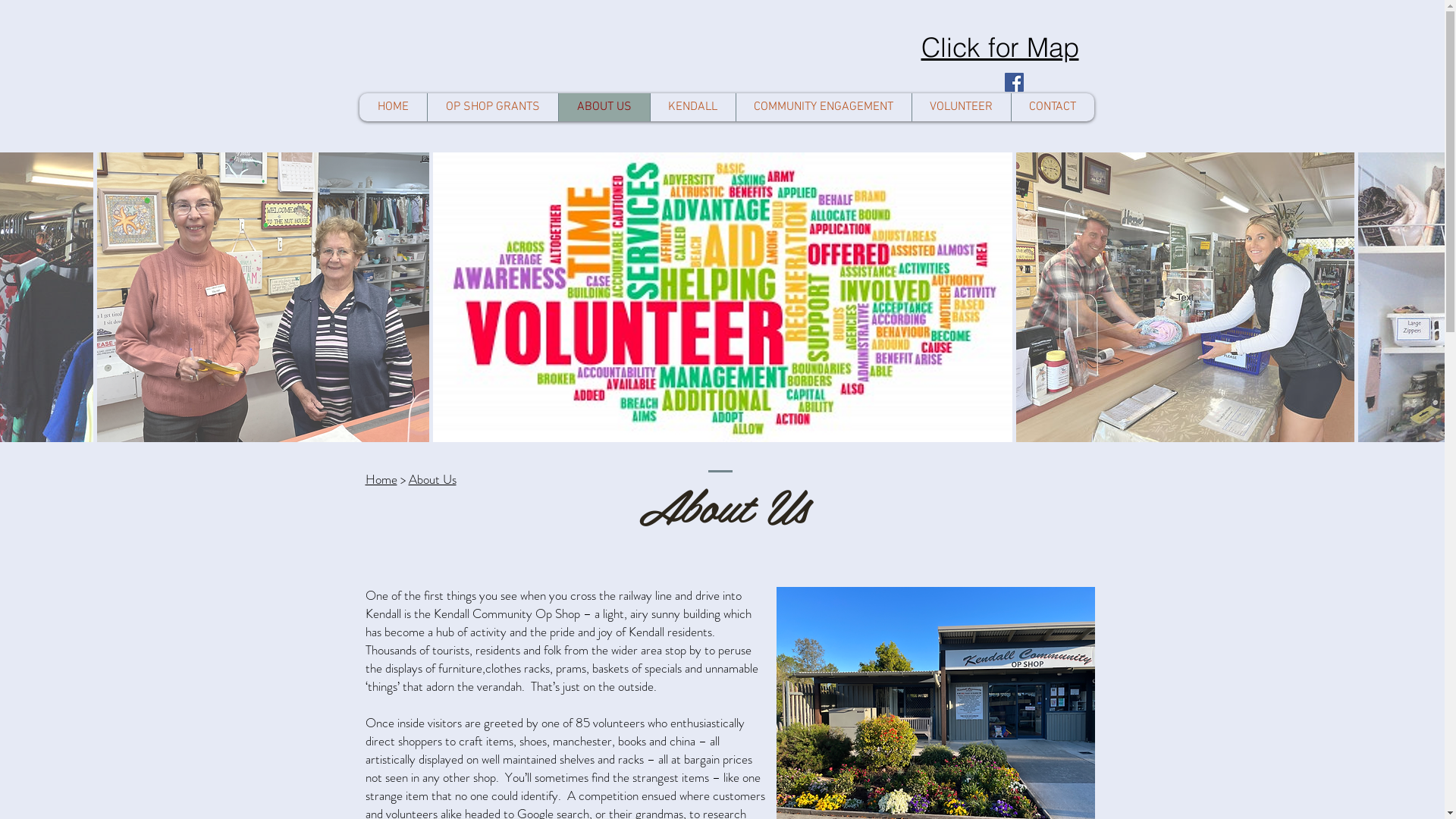  I want to click on 'ABOUT US', so click(603, 106).